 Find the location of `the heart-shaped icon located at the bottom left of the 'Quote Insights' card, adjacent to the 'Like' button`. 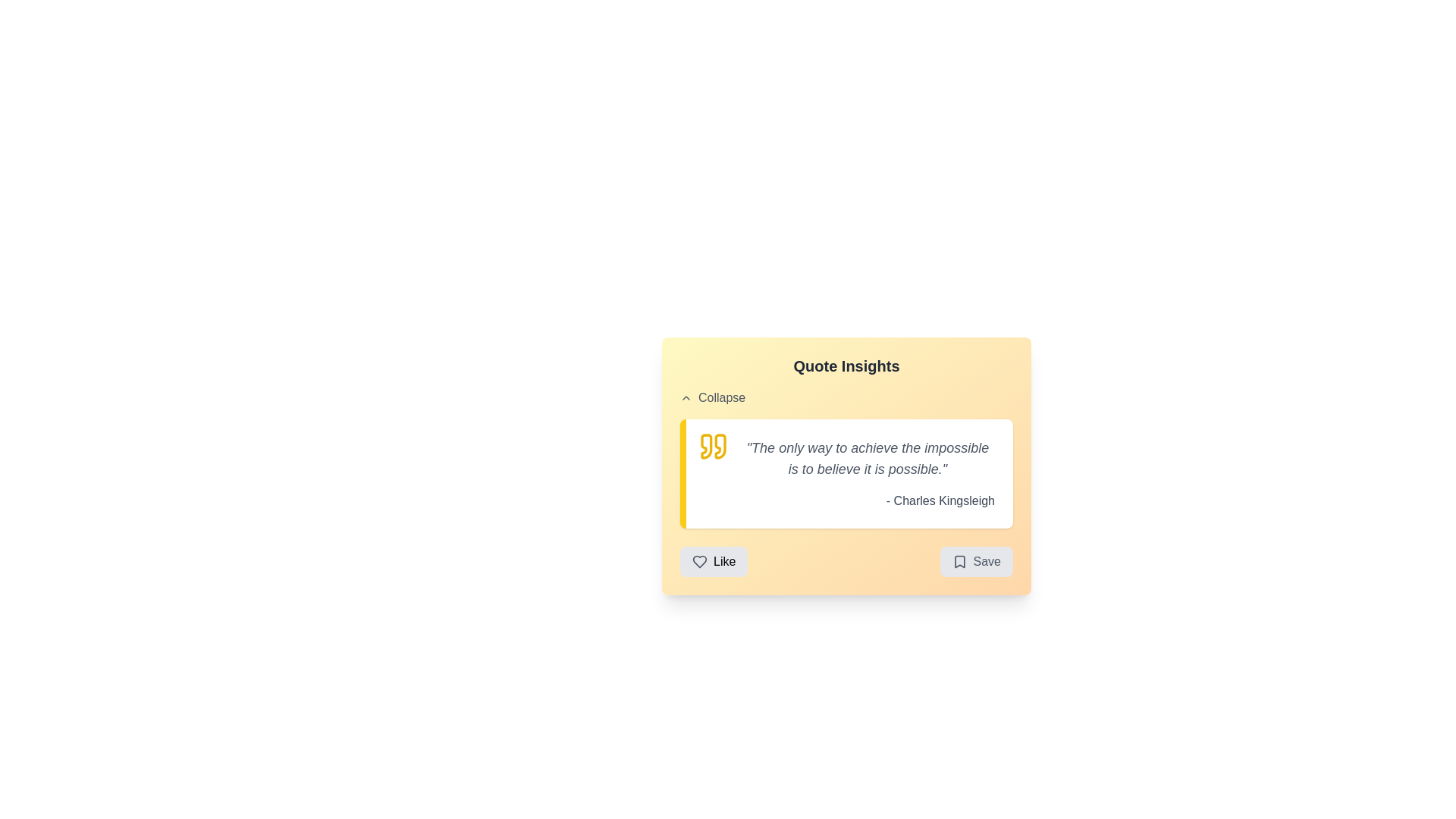

the heart-shaped icon located at the bottom left of the 'Quote Insights' card, adjacent to the 'Like' button is located at coordinates (698, 561).